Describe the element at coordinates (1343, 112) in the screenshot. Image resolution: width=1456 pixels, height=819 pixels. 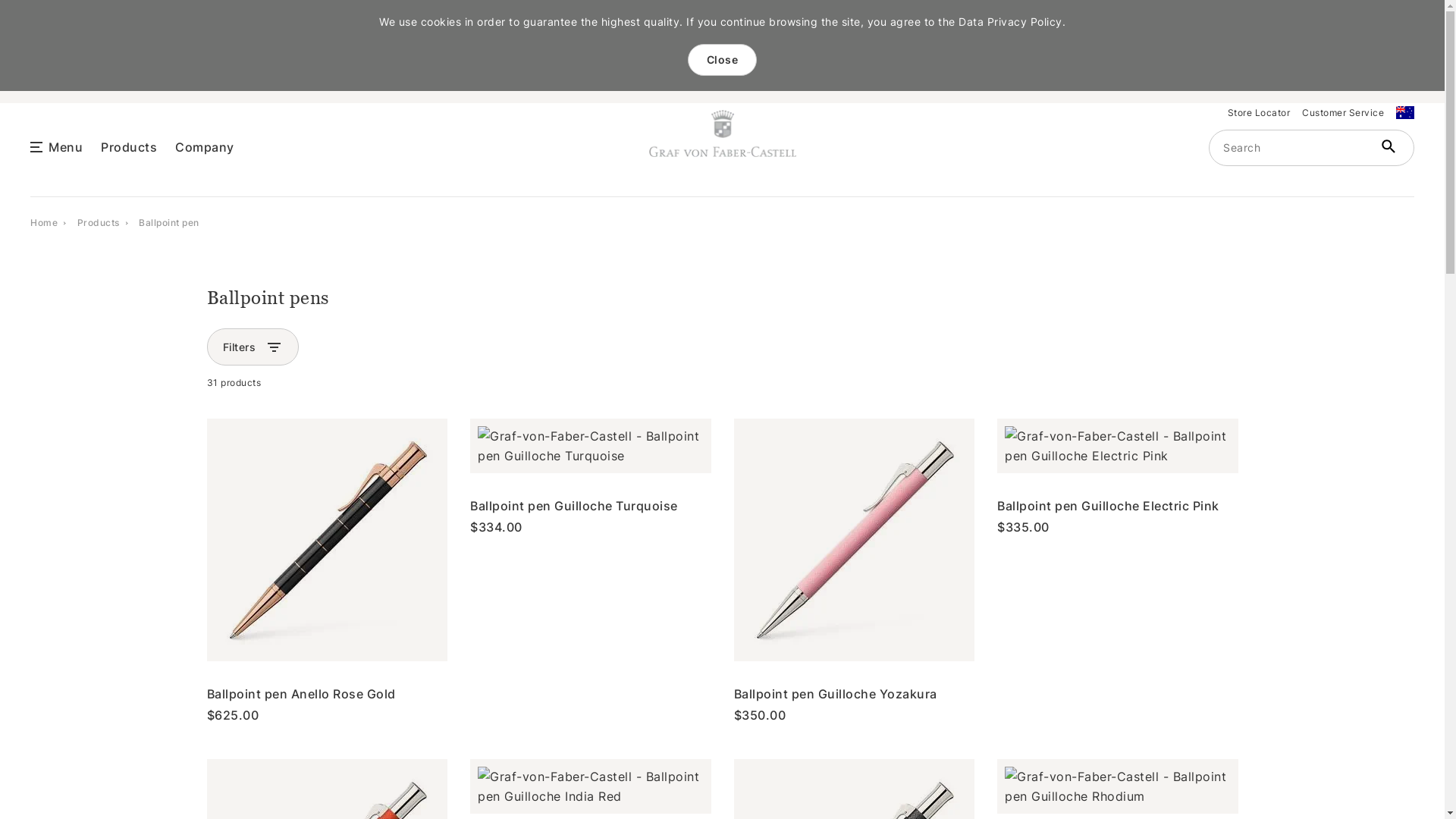
I see `'Customer Service'` at that location.